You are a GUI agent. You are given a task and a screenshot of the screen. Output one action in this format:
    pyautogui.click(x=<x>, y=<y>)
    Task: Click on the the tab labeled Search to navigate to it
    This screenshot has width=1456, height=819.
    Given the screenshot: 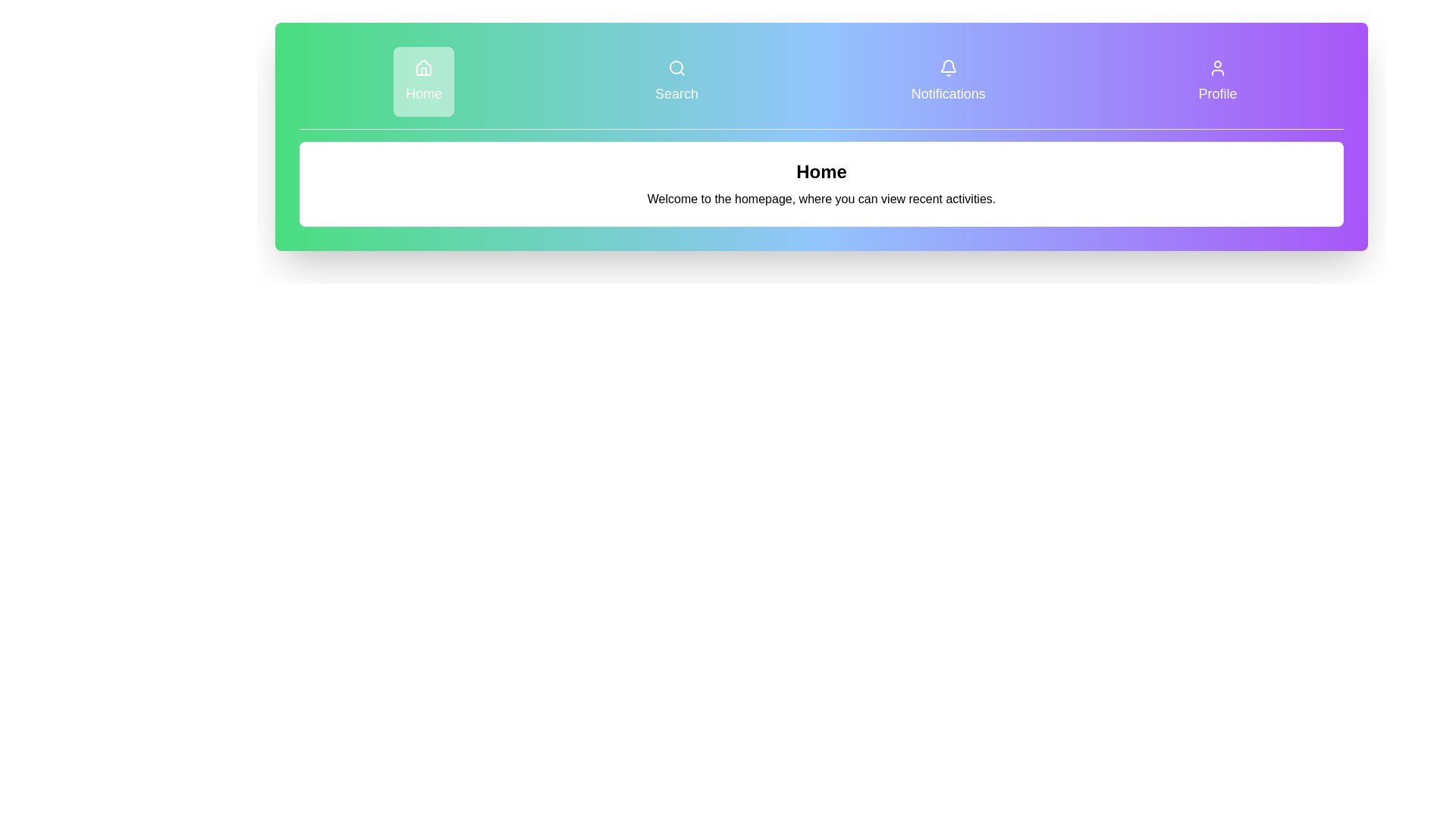 What is the action you would take?
    pyautogui.click(x=676, y=82)
    